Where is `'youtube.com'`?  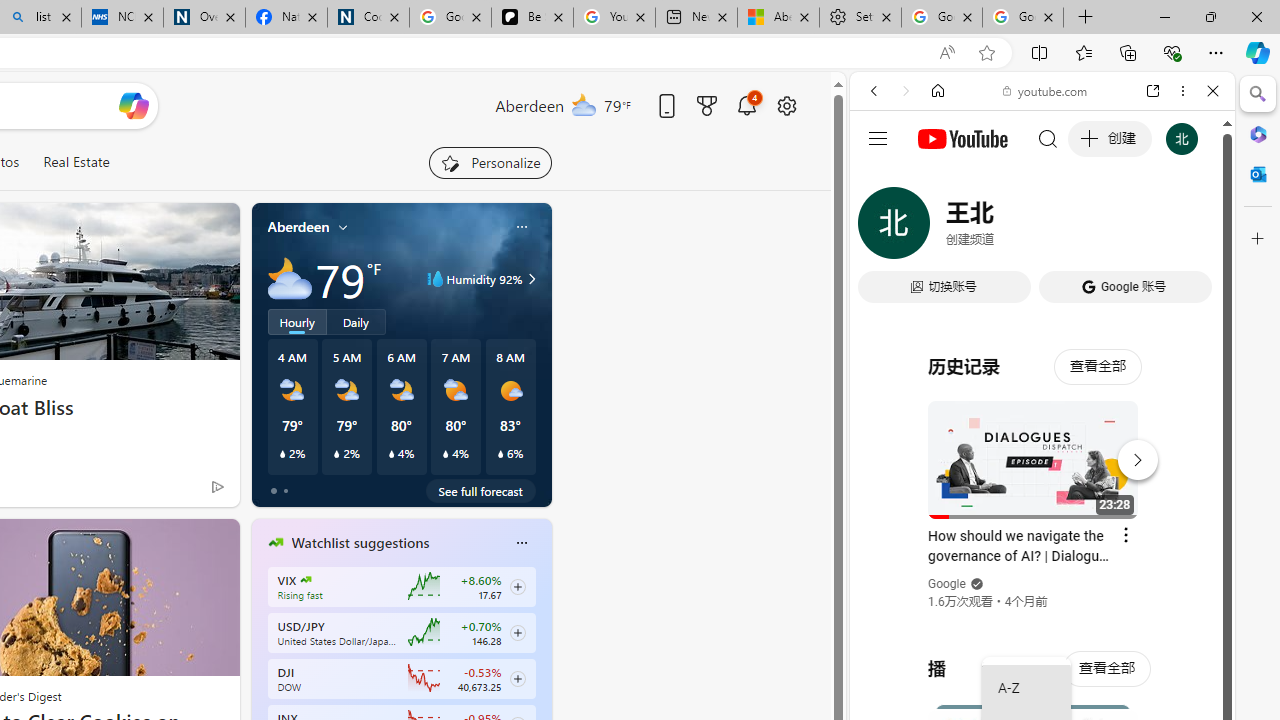
'youtube.com' is located at coordinates (1045, 91).